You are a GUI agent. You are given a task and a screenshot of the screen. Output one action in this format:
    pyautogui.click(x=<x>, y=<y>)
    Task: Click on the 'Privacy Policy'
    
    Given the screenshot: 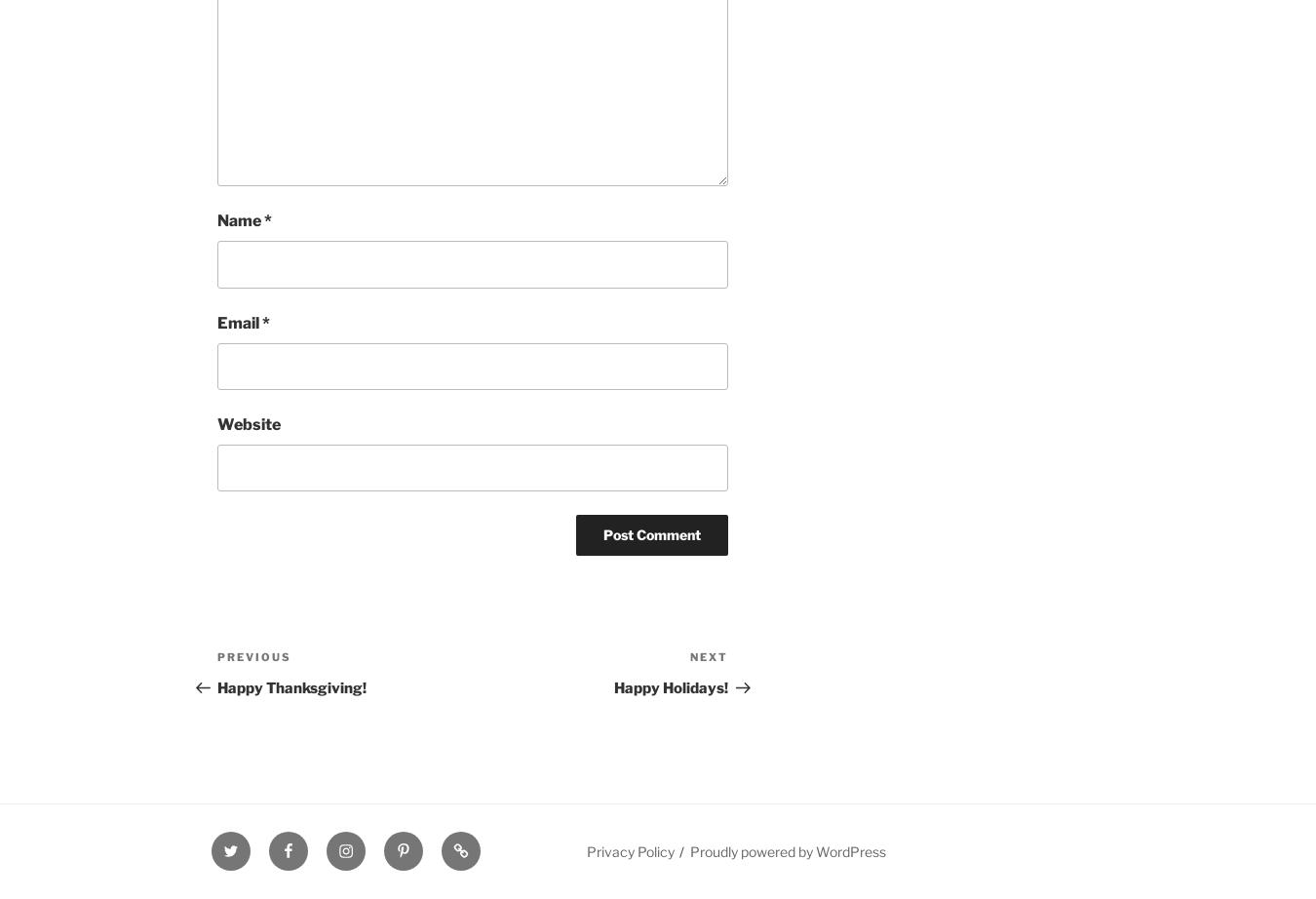 What is the action you would take?
    pyautogui.click(x=629, y=849)
    